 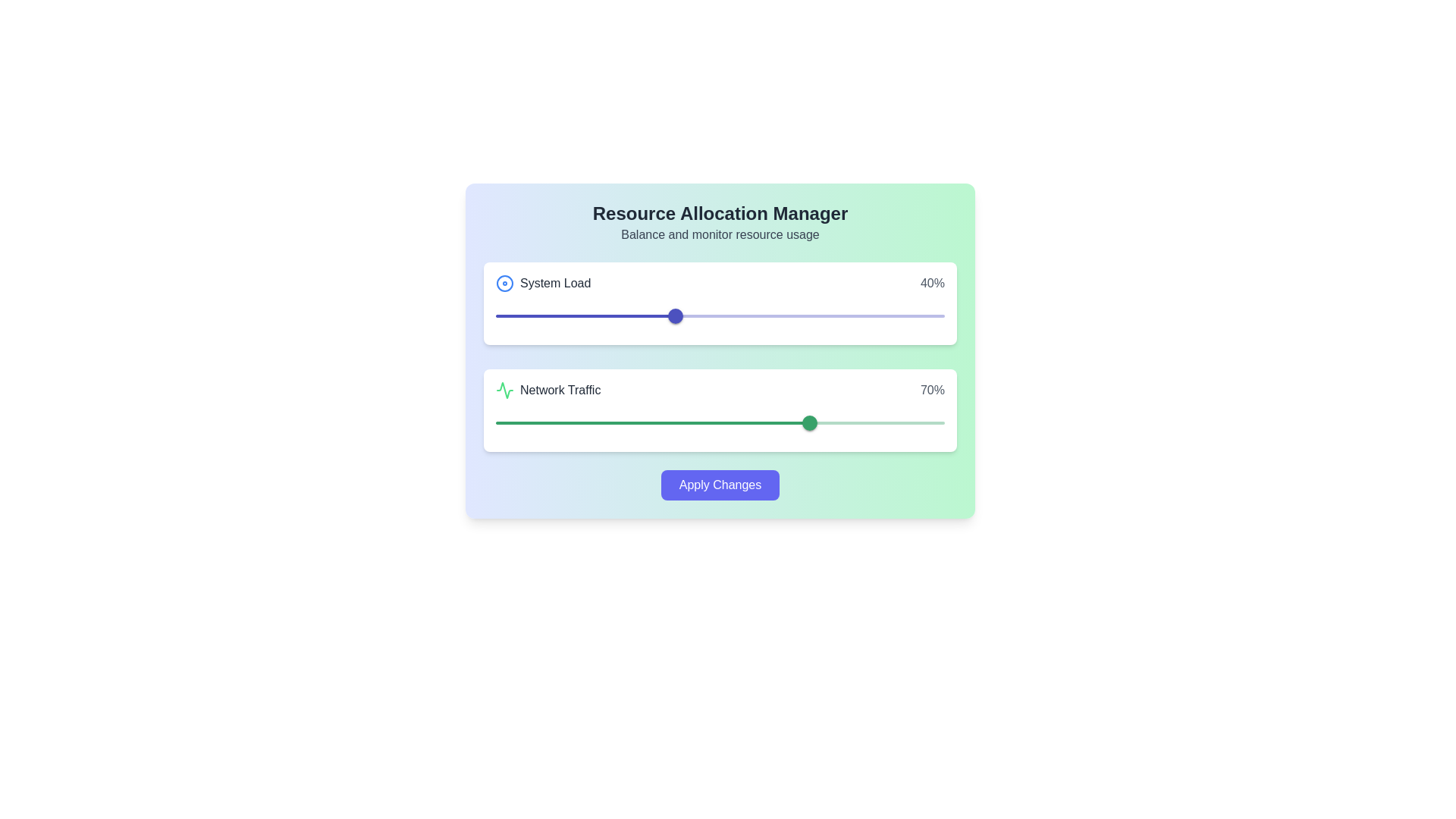 What do you see at coordinates (931, 390) in the screenshot?
I see `the text label displaying '70%' in gray color, which indicates network traffic status and is aligned with the 'Network Traffic' text and icon` at bounding box center [931, 390].